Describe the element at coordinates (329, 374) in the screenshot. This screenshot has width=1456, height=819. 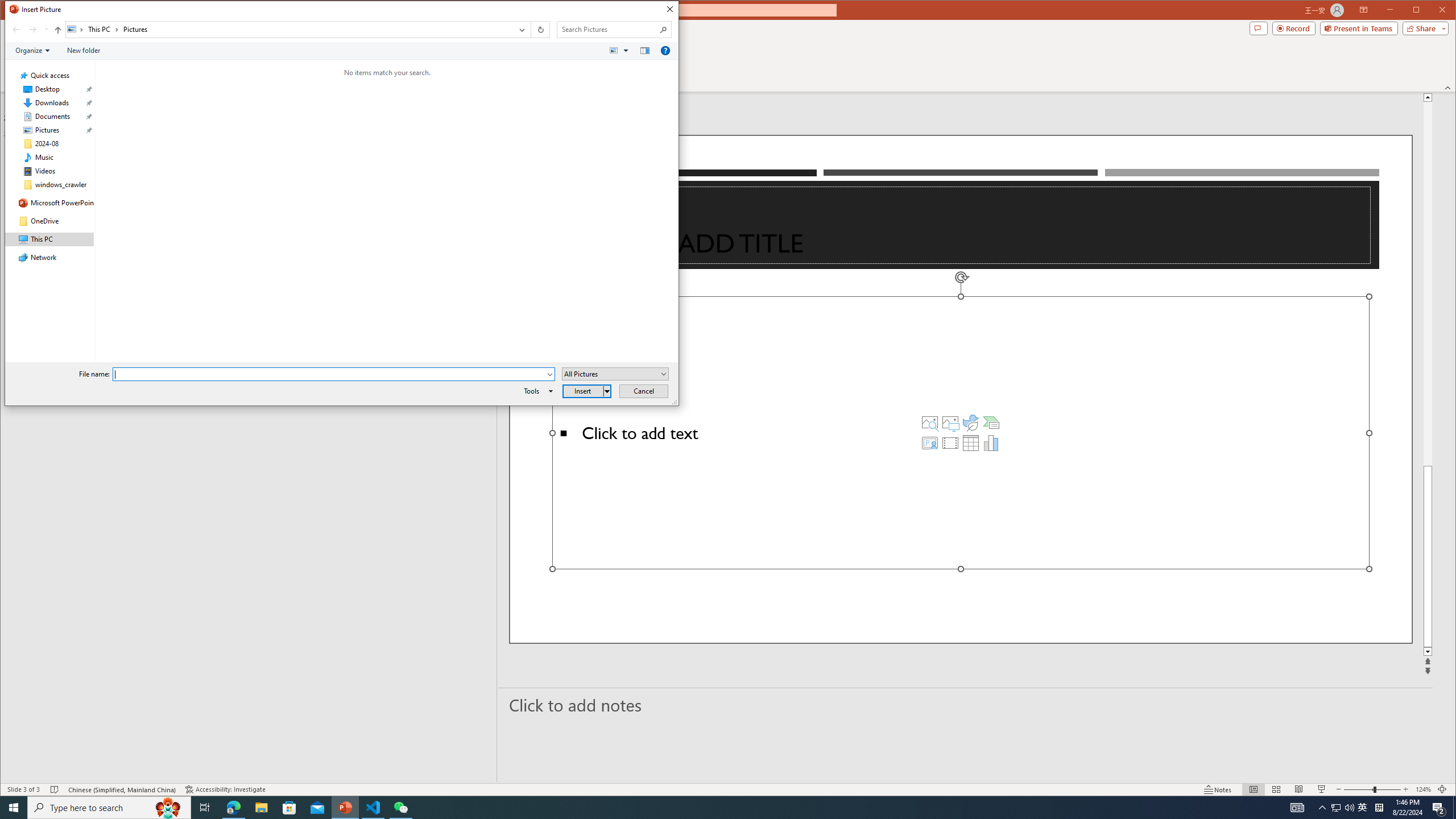
I see `'File name:'` at that location.